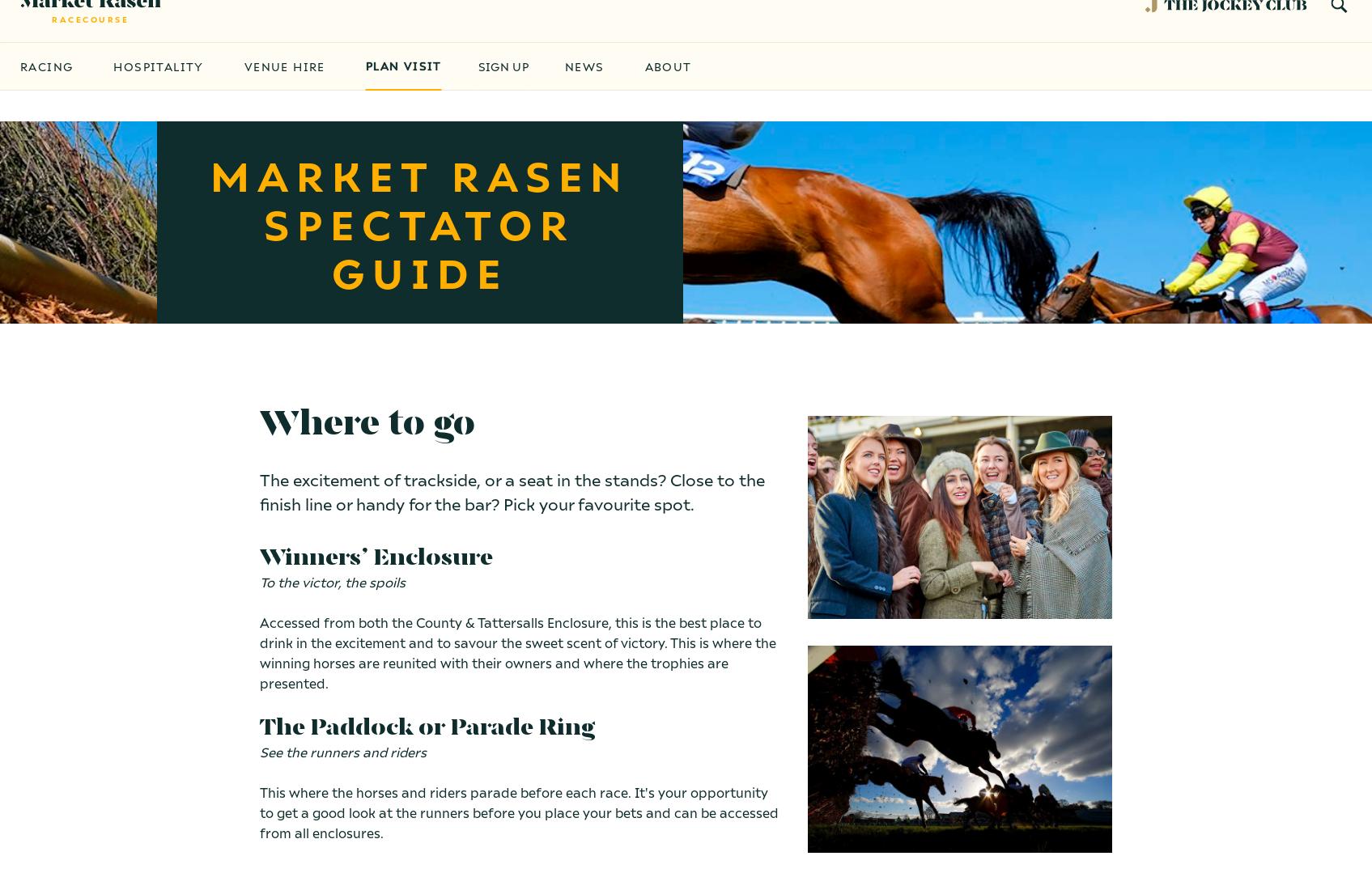 This screenshot has height=873, width=1372. What do you see at coordinates (46, 96) in the screenshot?
I see `'Racing'` at bounding box center [46, 96].